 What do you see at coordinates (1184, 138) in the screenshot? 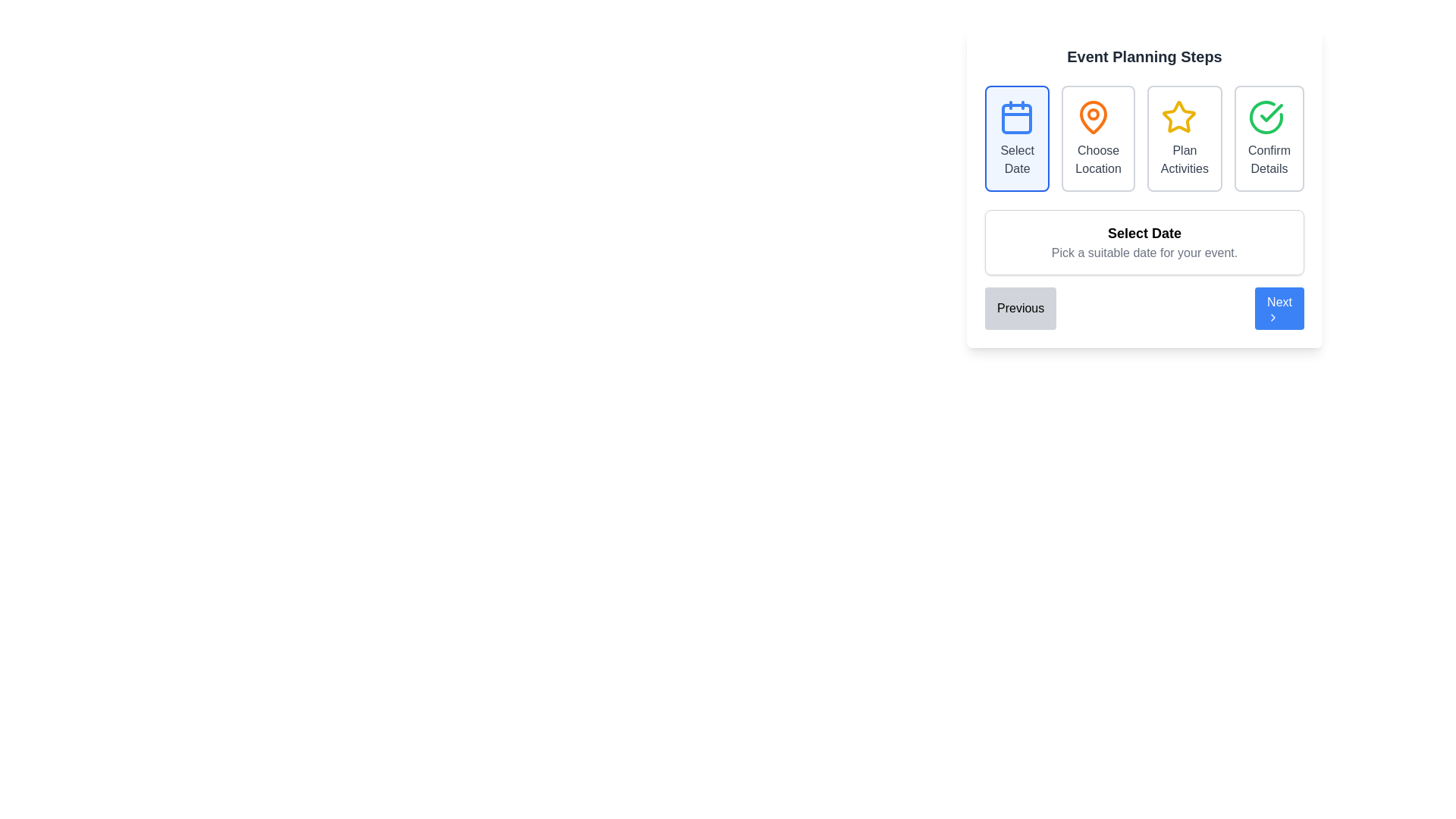
I see `'Plan Activities' informational card, which is the third card in a horizontal list of four cards, positioned between the 'Choose Location' and 'Confirm Details' cards` at bounding box center [1184, 138].